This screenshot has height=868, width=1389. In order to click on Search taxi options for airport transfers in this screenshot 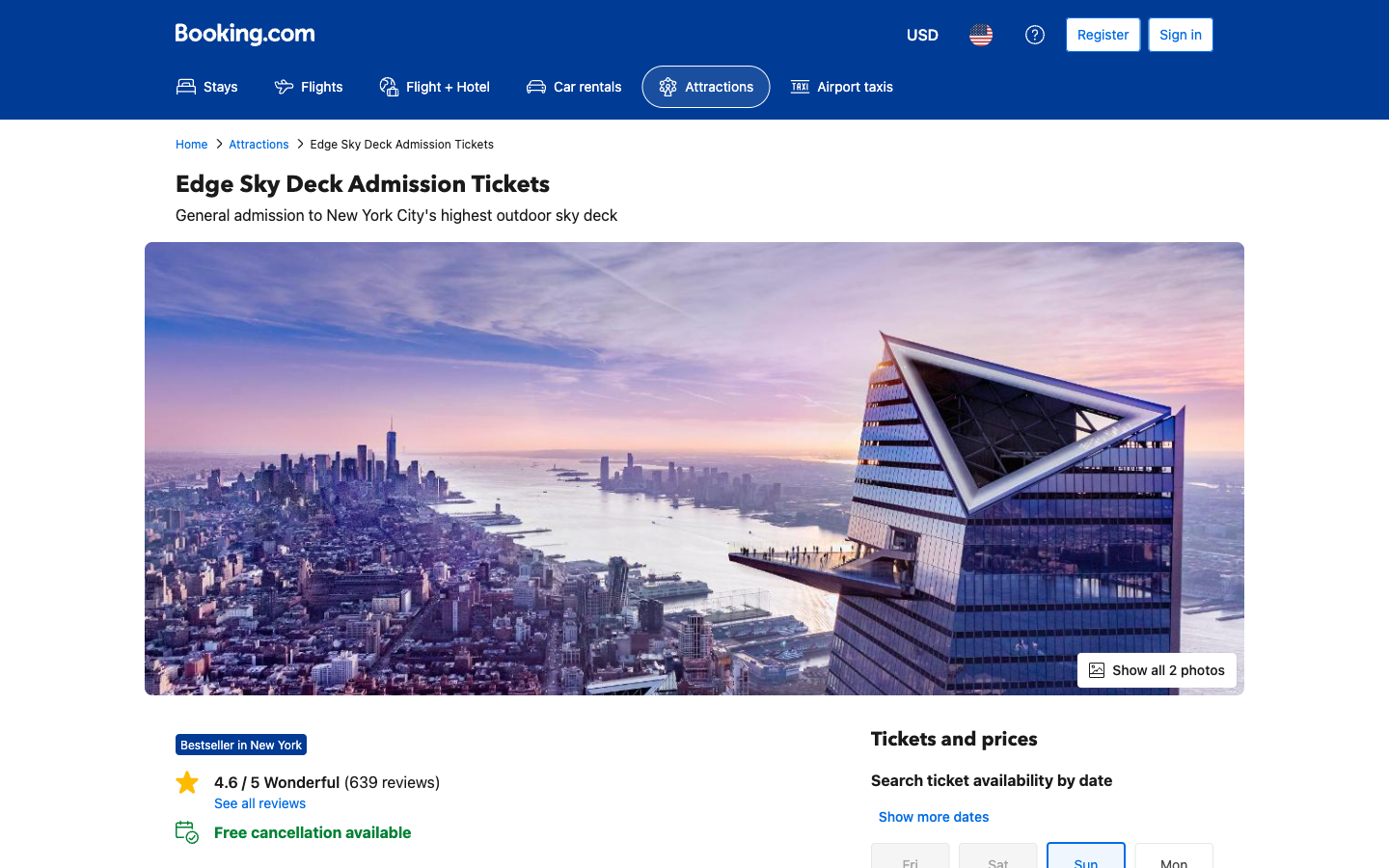, I will do `click(840, 86)`.